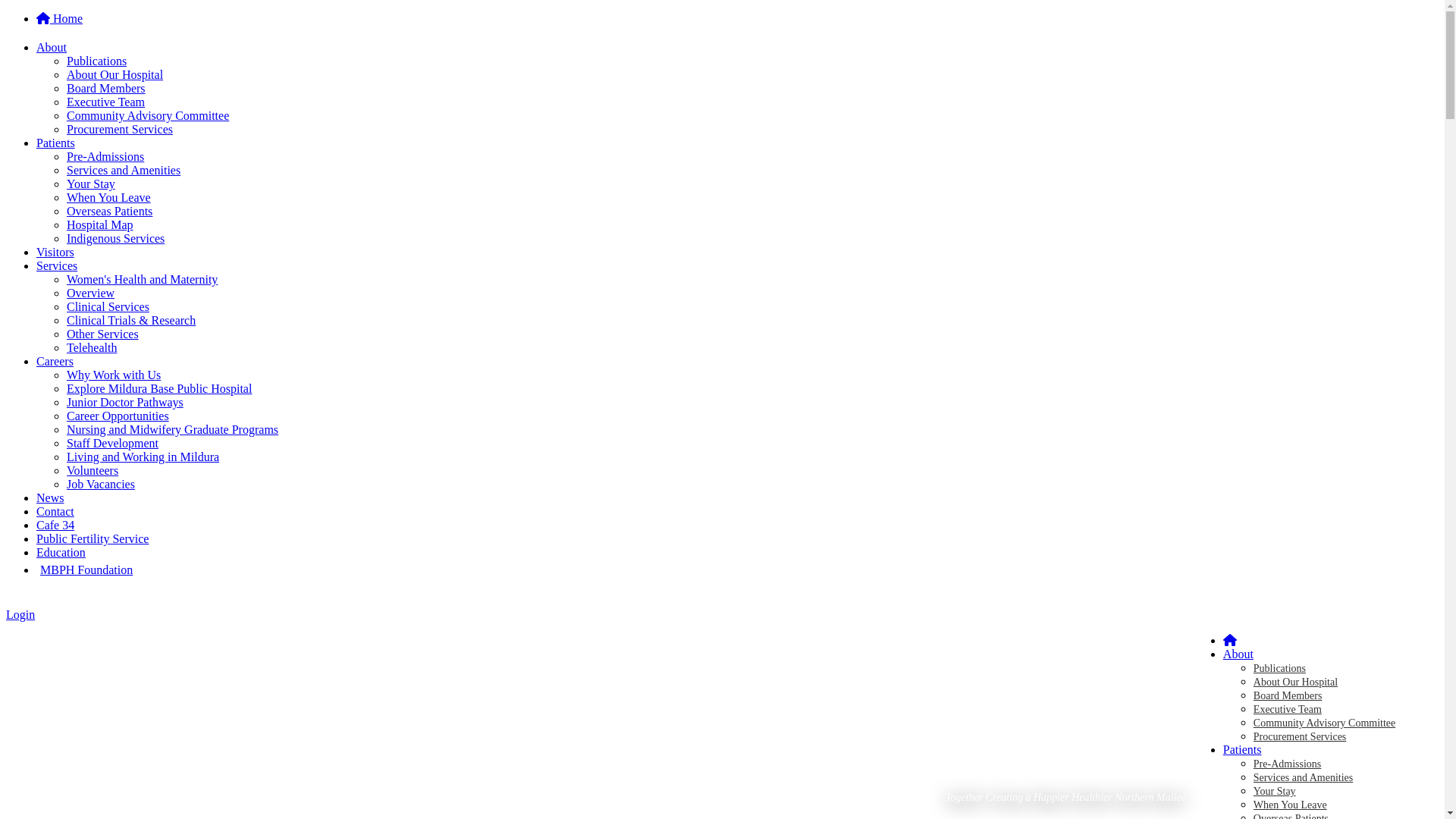 The height and width of the screenshot is (819, 1456). I want to click on 'Explore Mildura Base Public Hospital', so click(159, 388).